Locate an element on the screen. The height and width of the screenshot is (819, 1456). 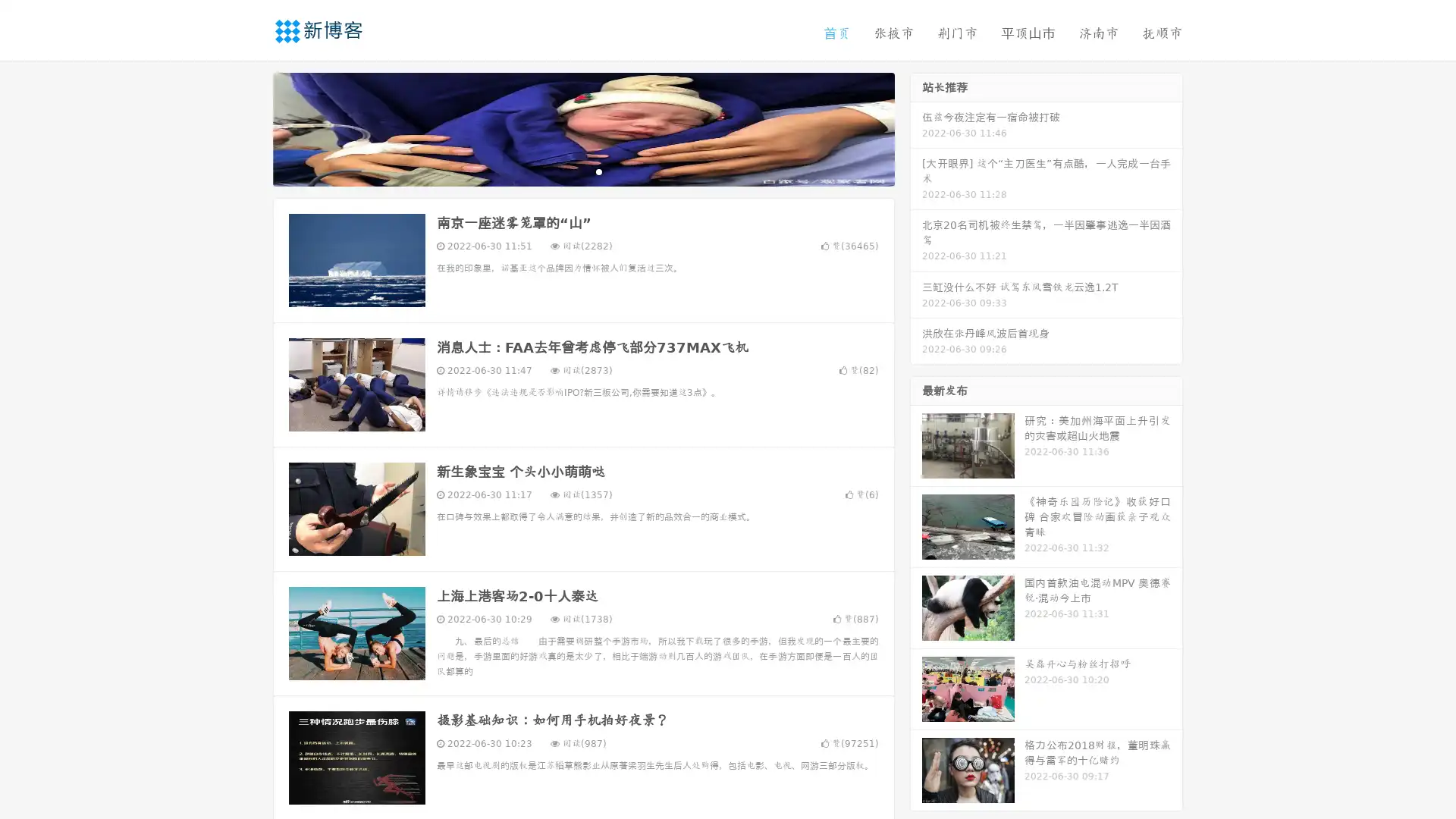
Next slide is located at coordinates (916, 127).